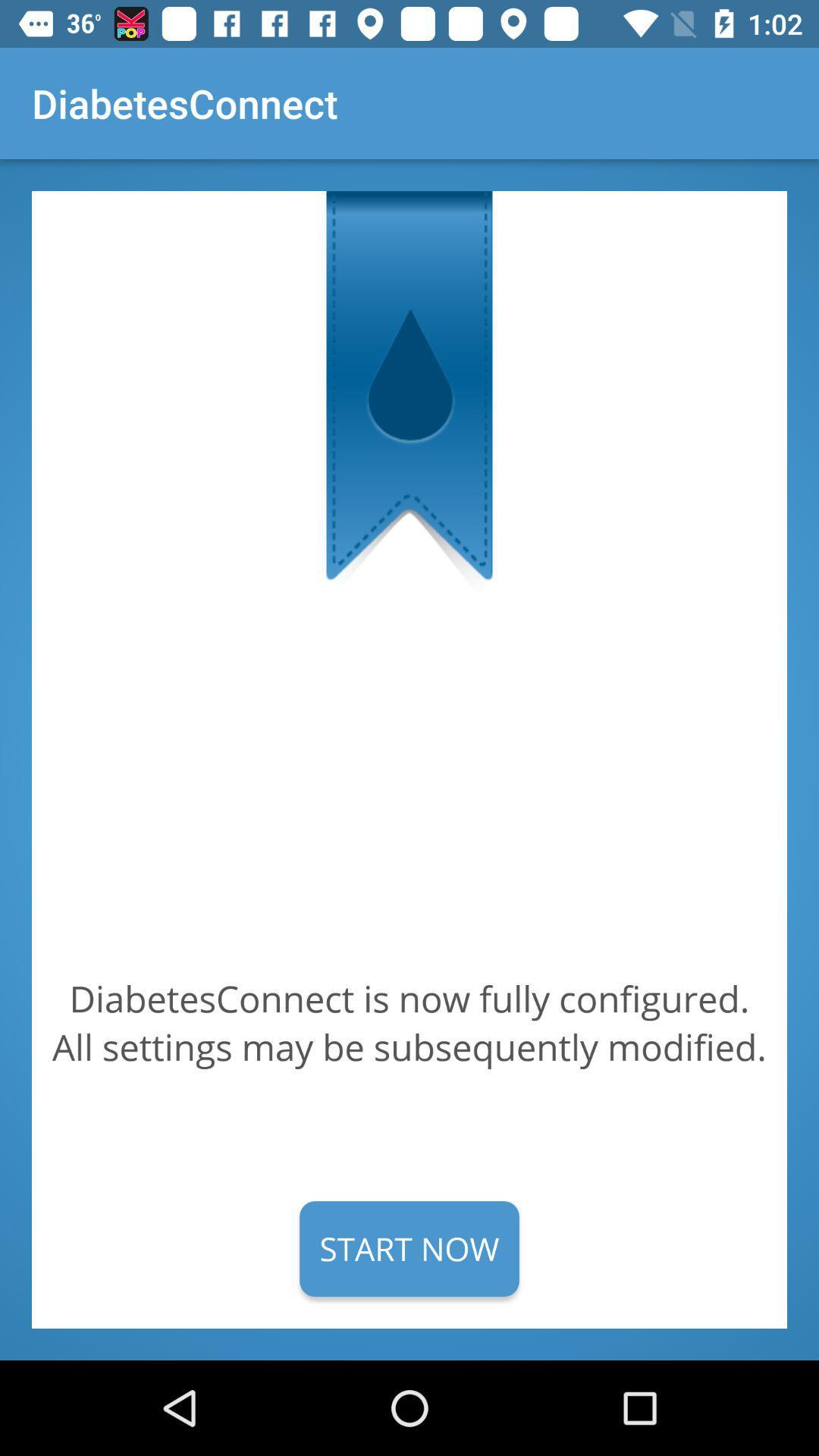  I want to click on the icon below diabetesconnect is now icon, so click(409, 1248).